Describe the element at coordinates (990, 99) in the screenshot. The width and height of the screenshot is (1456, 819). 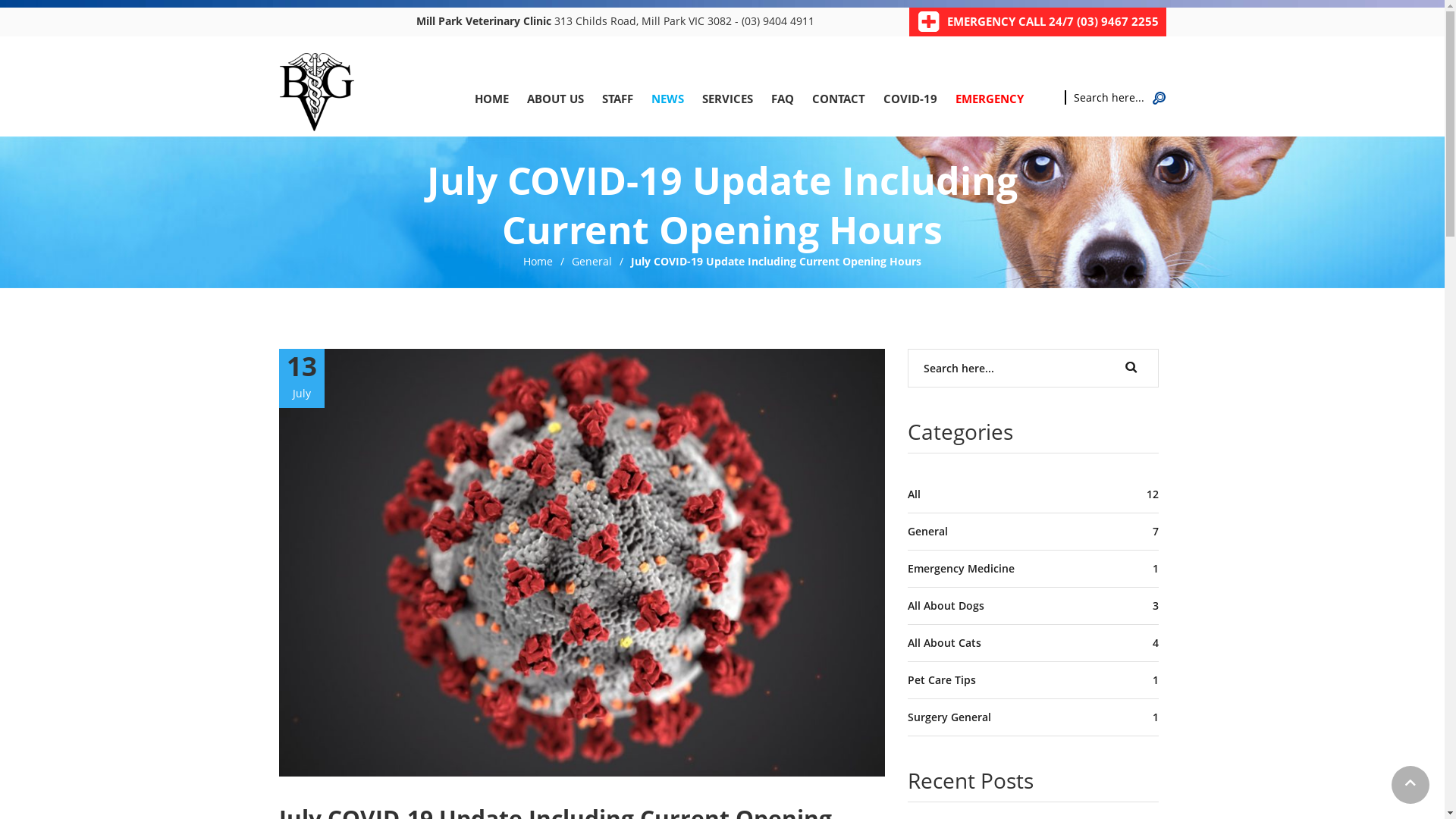
I see `'EMERGENCY'` at that location.